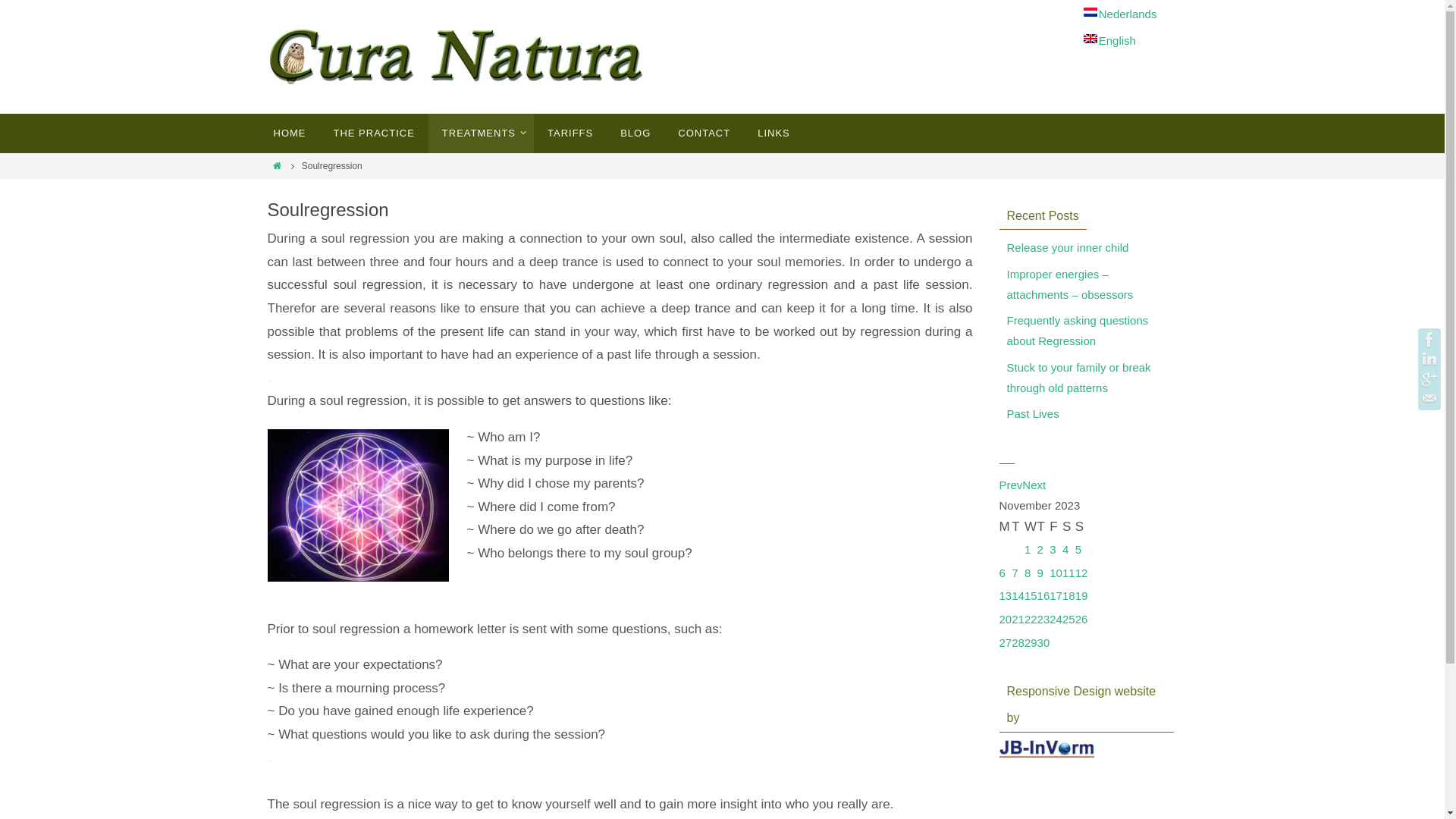 The width and height of the screenshot is (1456, 819). What do you see at coordinates (1055, 620) in the screenshot?
I see `'24'` at bounding box center [1055, 620].